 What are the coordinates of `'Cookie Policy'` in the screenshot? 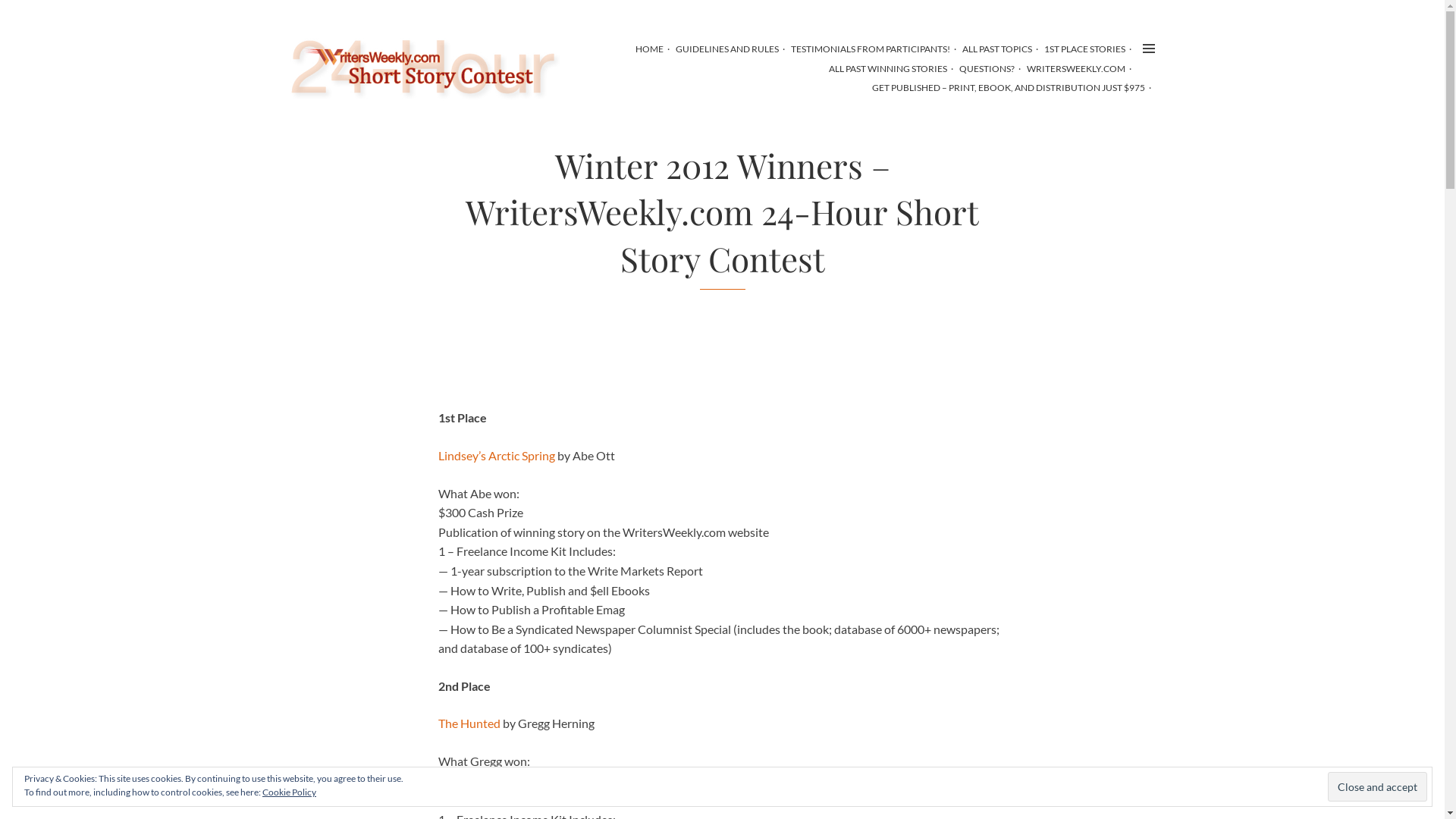 It's located at (289, 791).